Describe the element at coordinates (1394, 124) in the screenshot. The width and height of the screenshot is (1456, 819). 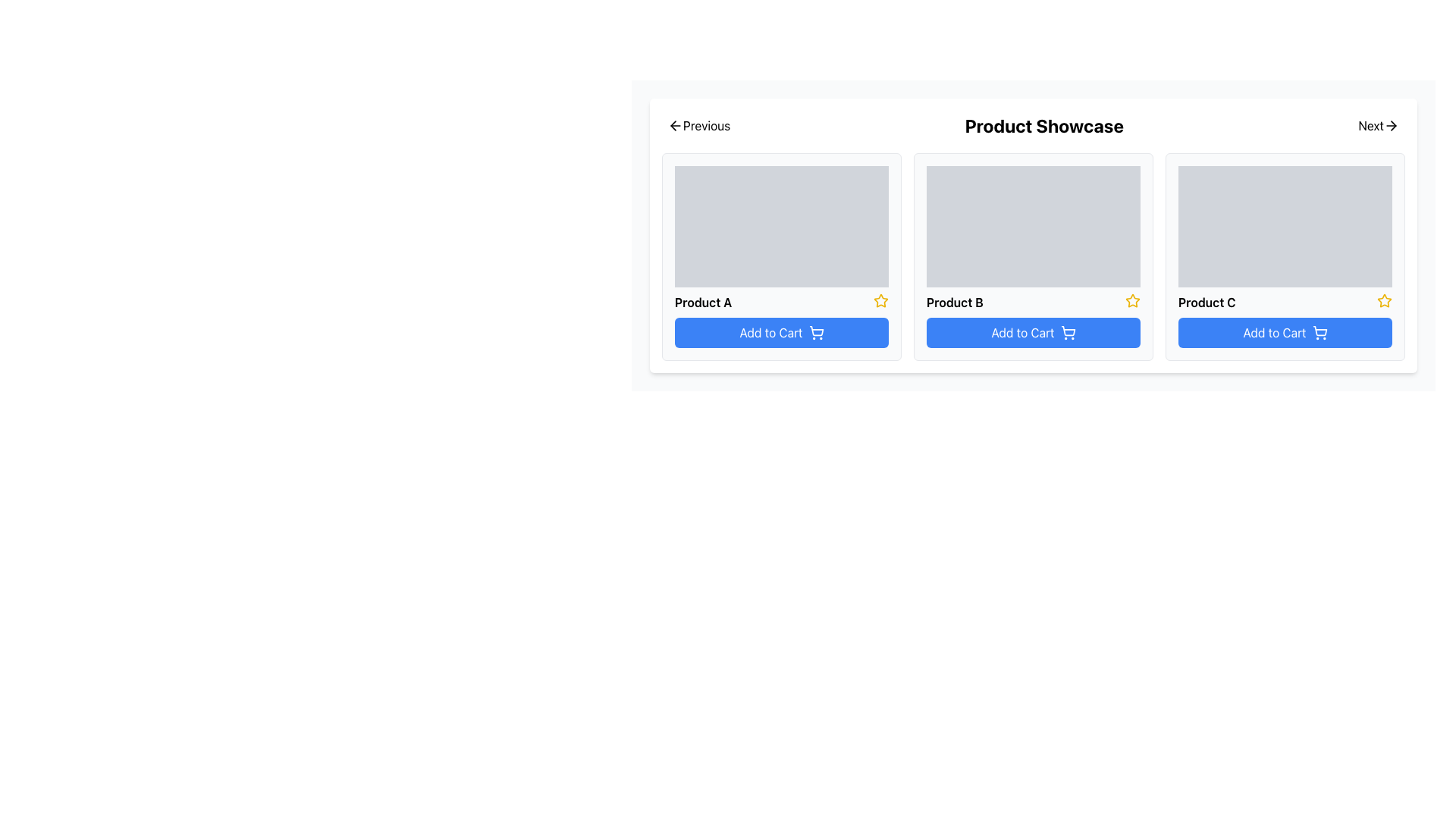
I see `the right-pointing arrowhead icon located in the 'Next' section at the top-right corner of the interface` at that location.